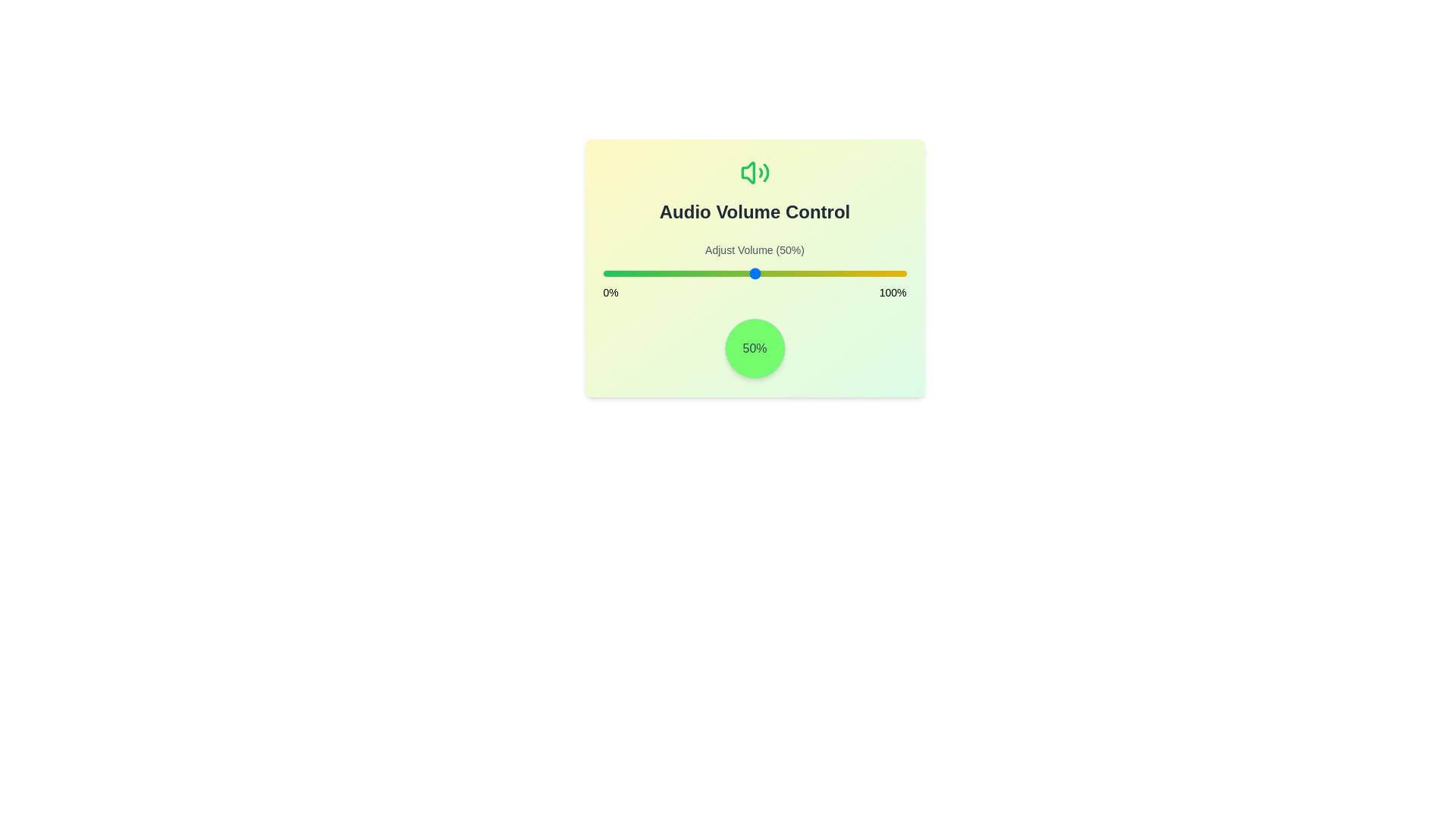 The height and width of the screenshot is (819, 1456). I want to click on the volume to 99% by dragging the slider, so click(903, 274).